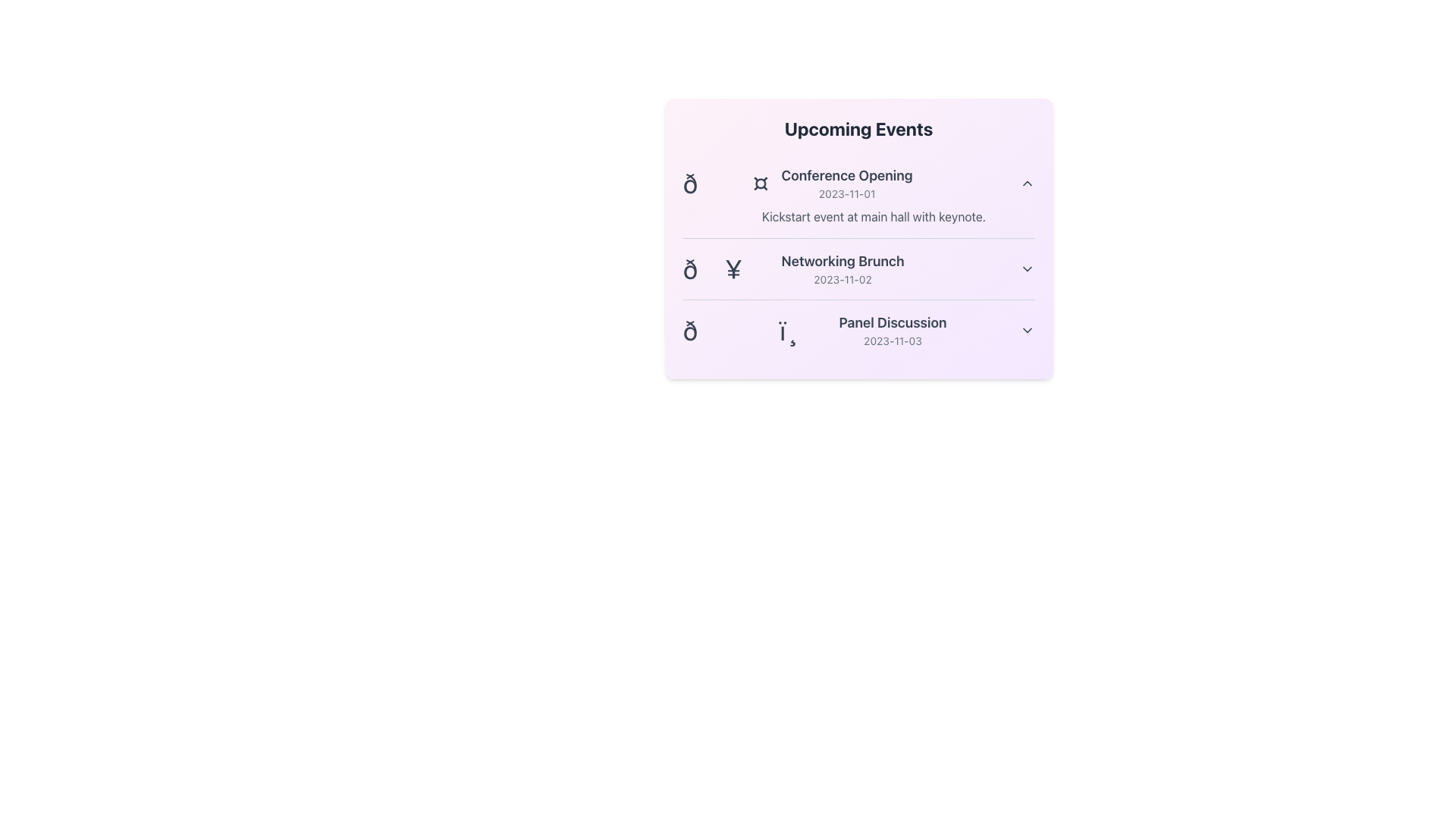 Image resolution: width=1456 pixels, height=819 pixels. Describe the element at coordinates (893, 329) in the screenshot. I see `the 'Panel Discussion' text element in the Upcoming Events list, which features bold text and a date below it` at that location.